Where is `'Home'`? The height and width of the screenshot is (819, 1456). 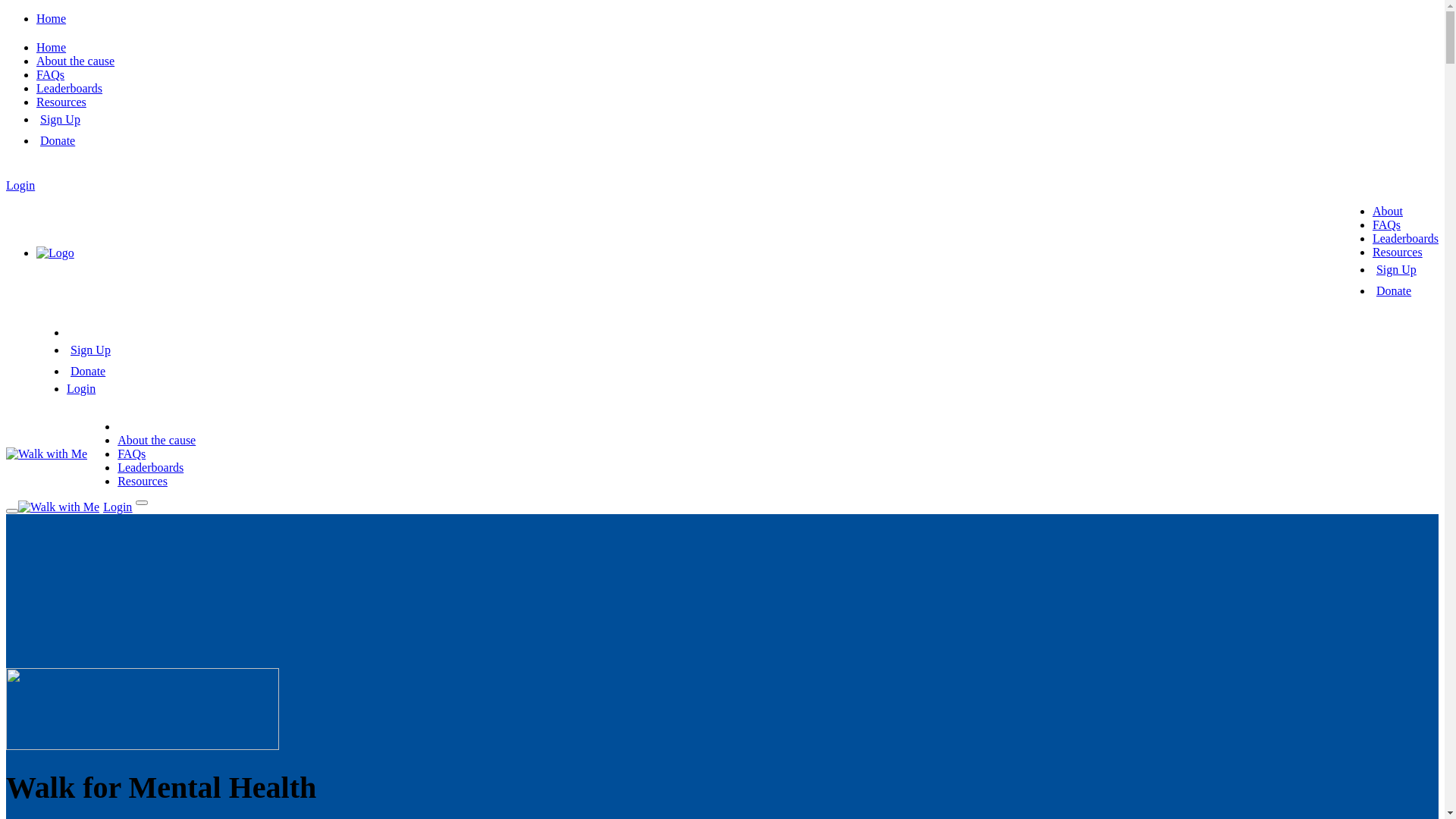
'Home' is located at coordinates (51, 18).